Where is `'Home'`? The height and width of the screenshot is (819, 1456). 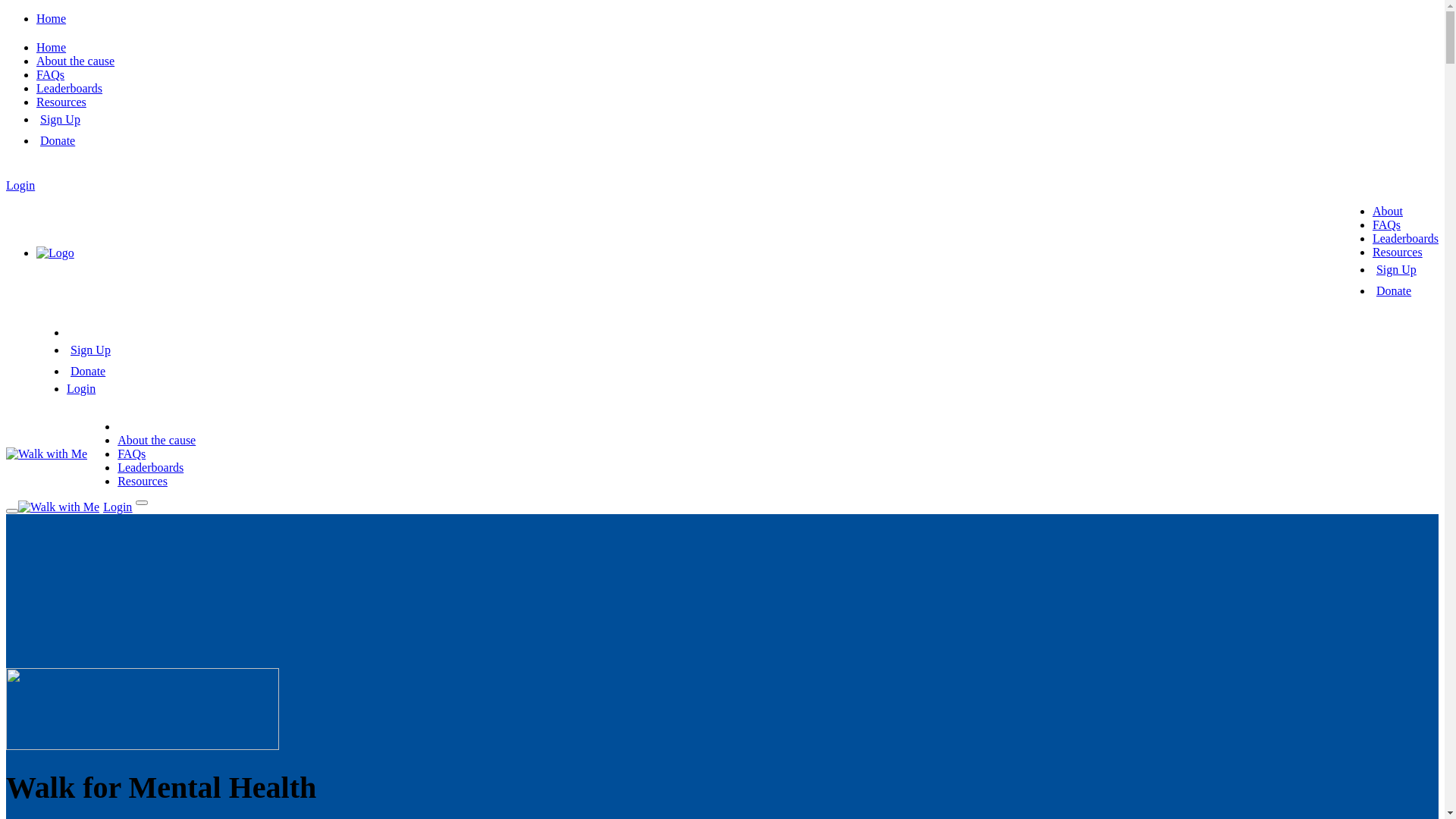
'Home' is located at coordinates (51, 18).